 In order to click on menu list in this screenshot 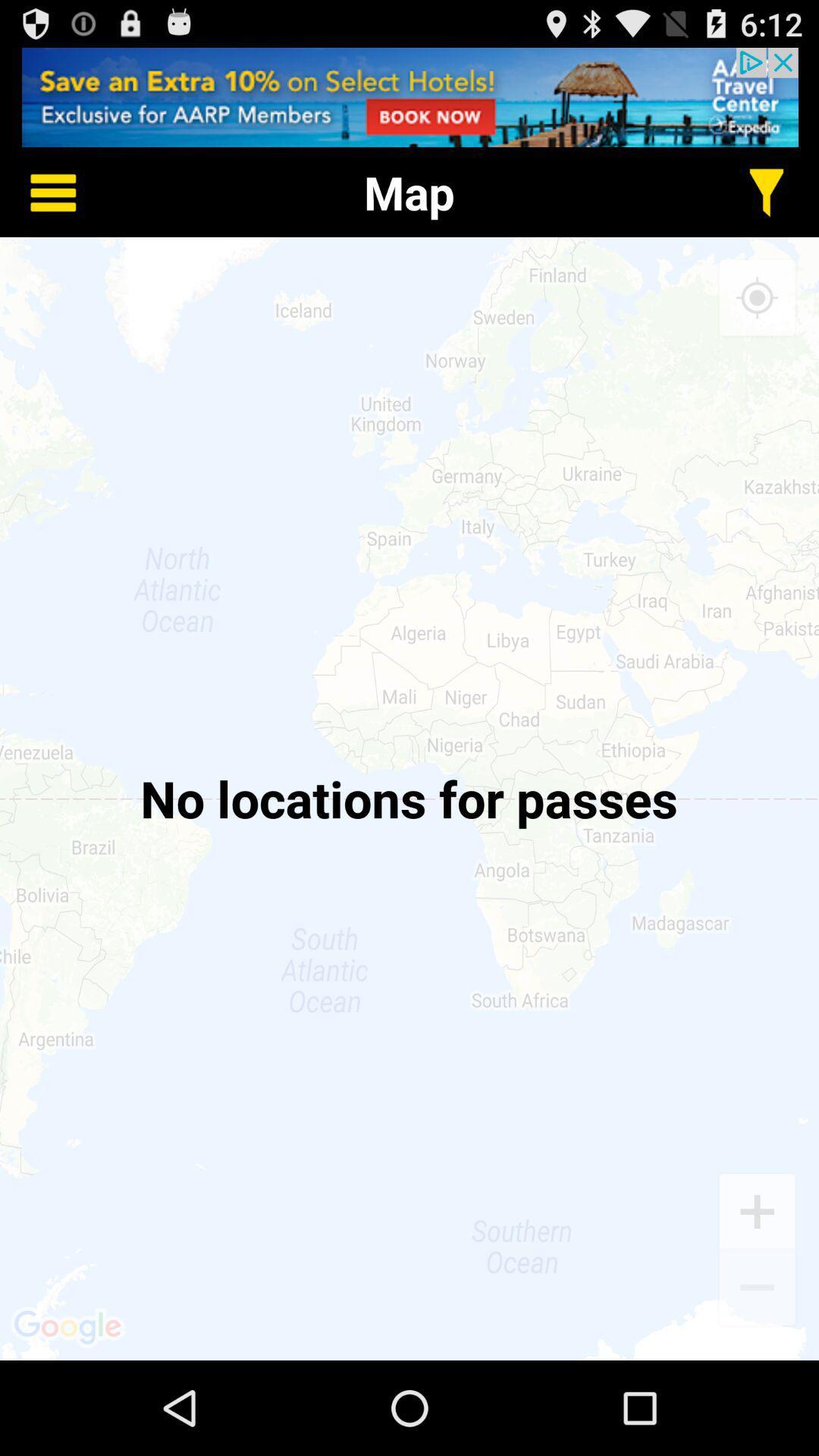, I will do `click(42, 191)`.